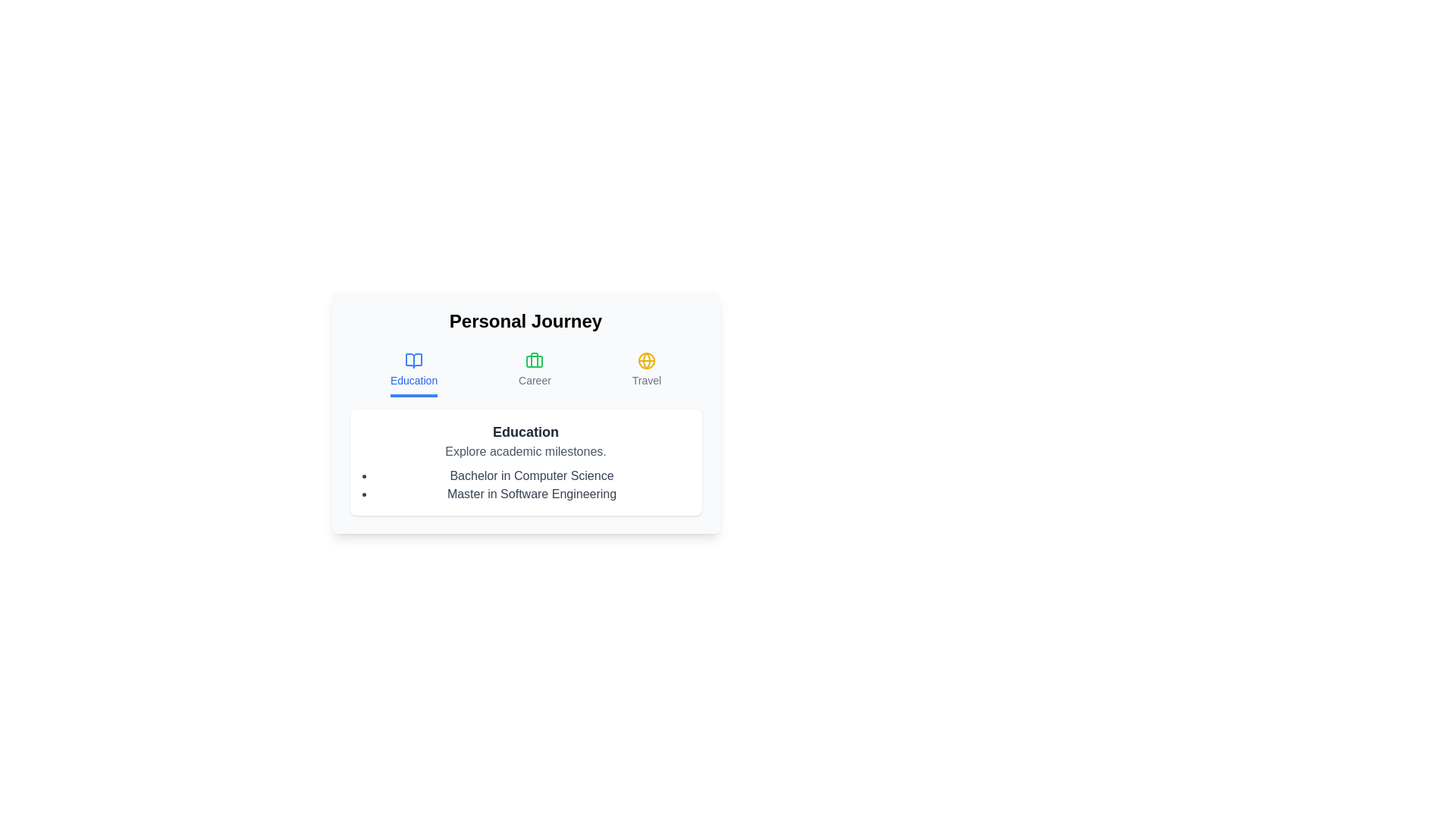 Image resolution: width=1456 pixels, height=819 pixels. I want to click on the third navigation option text label that indicates its purpose, located below a globe icon, to provide navigation or selection functionality, so click(646, 379).